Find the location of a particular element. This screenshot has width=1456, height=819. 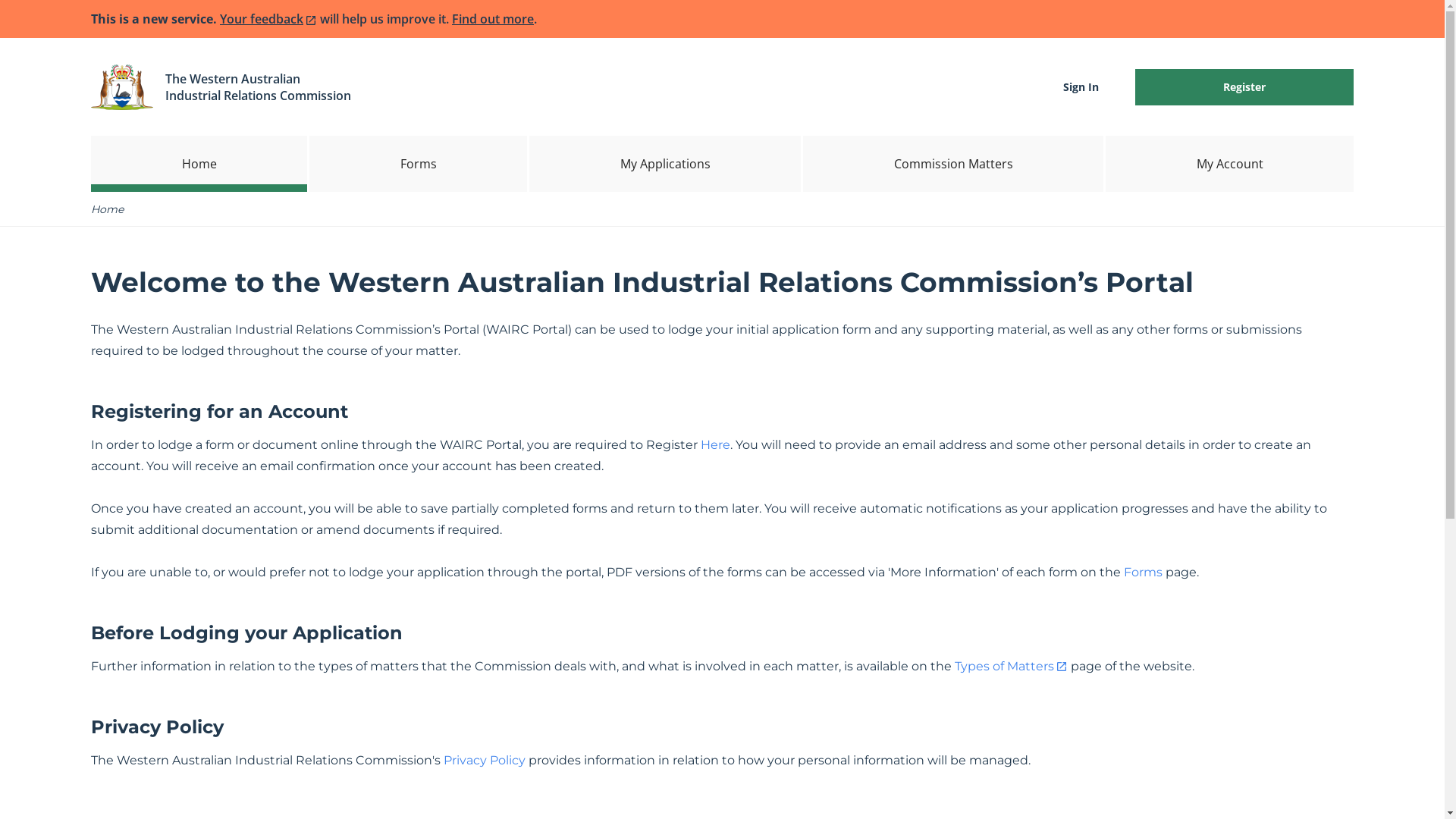

'Privacy Policy' is located at coordinates (483, 760).